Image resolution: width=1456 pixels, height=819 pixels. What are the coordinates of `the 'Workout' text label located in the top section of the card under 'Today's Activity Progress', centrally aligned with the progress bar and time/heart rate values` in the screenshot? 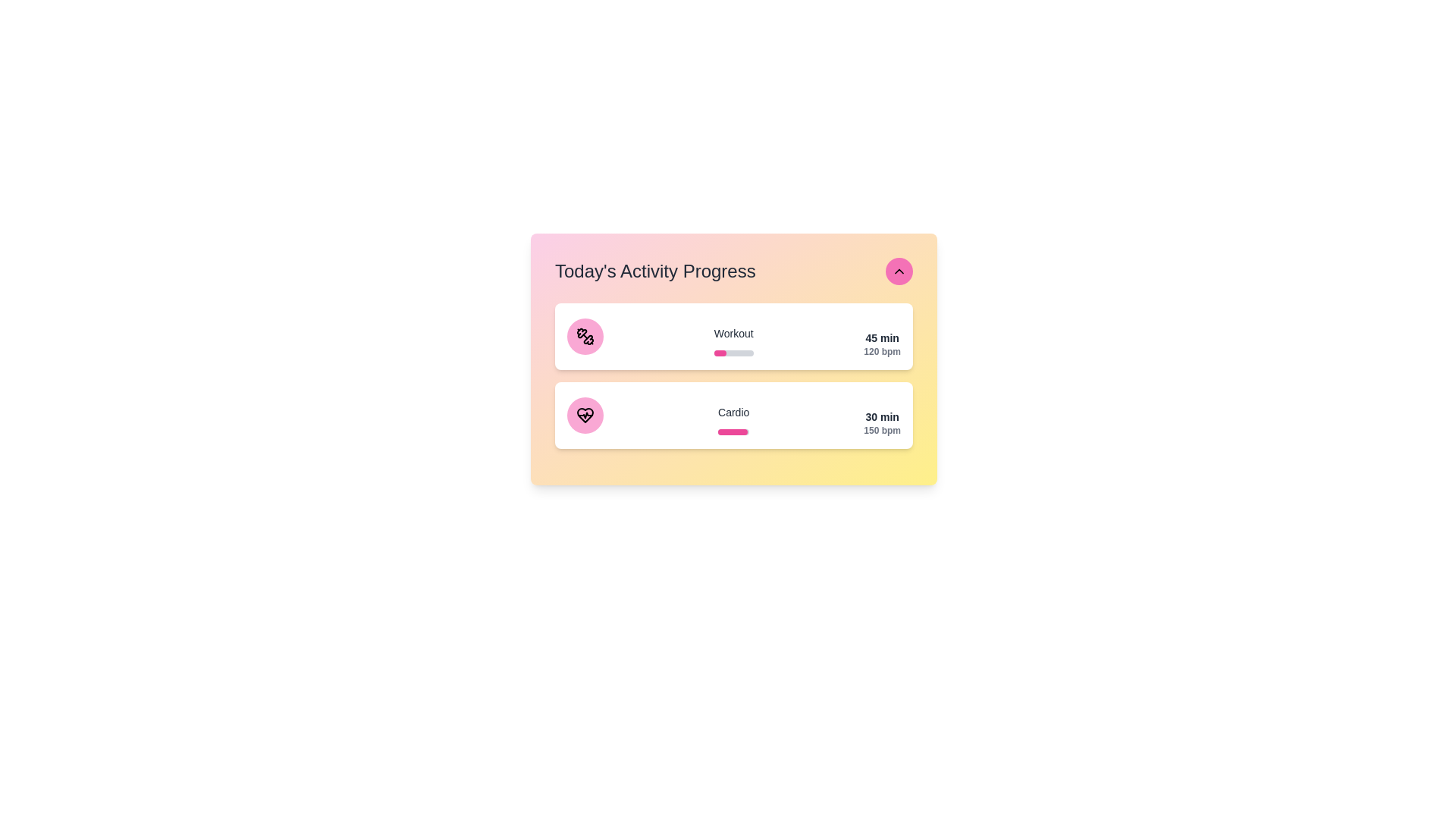 It's located at (733, 332).